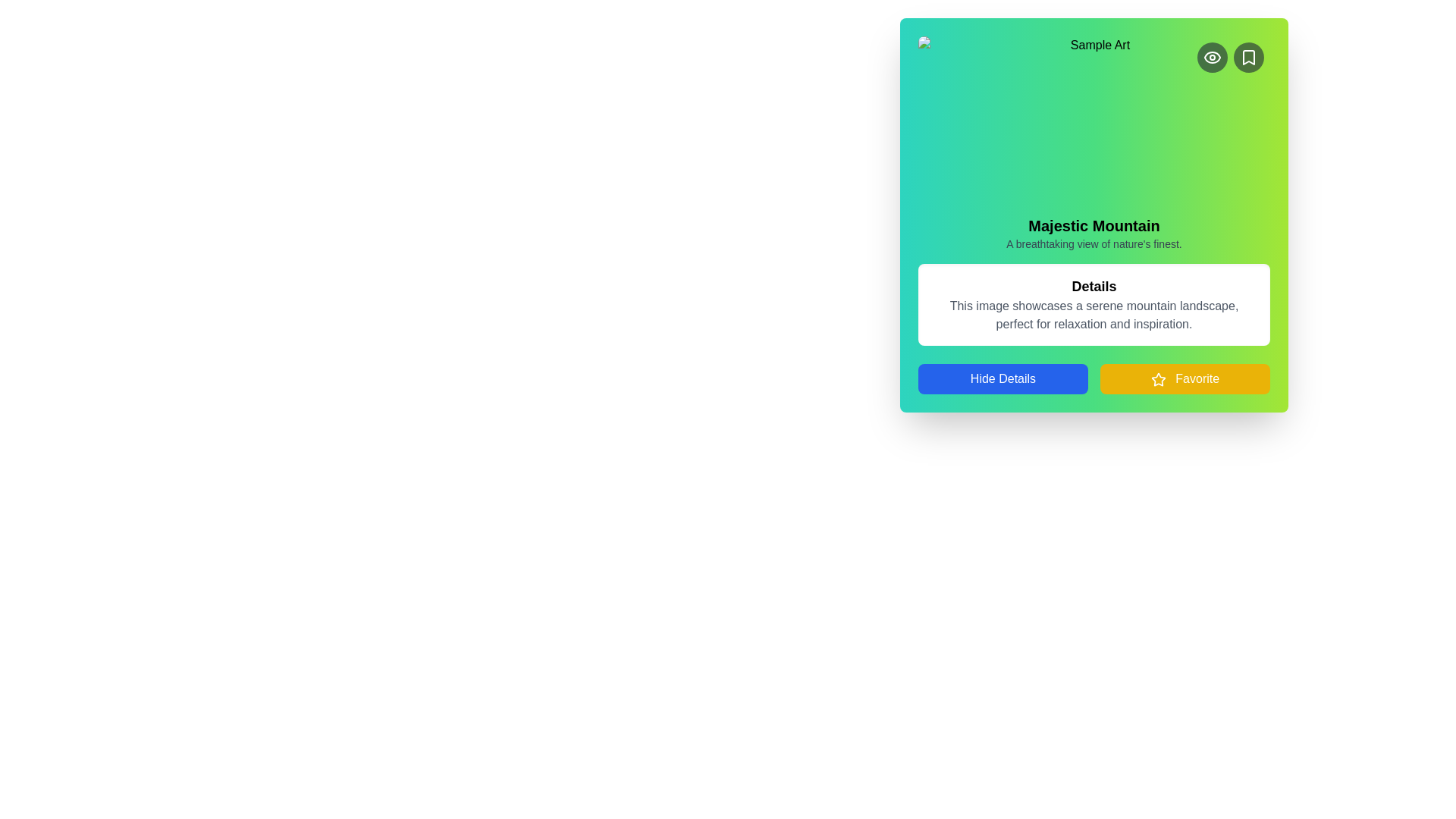 Image resolution: width=1456 pixels, height=819 pixels. What do you see at coordinates (1157, 378) in the screenshot?
I see `the star icon located to the left of the 'Favorite' text at the bottom right of the card to mark the item as a favorite` at bounding box center [1157, 378].